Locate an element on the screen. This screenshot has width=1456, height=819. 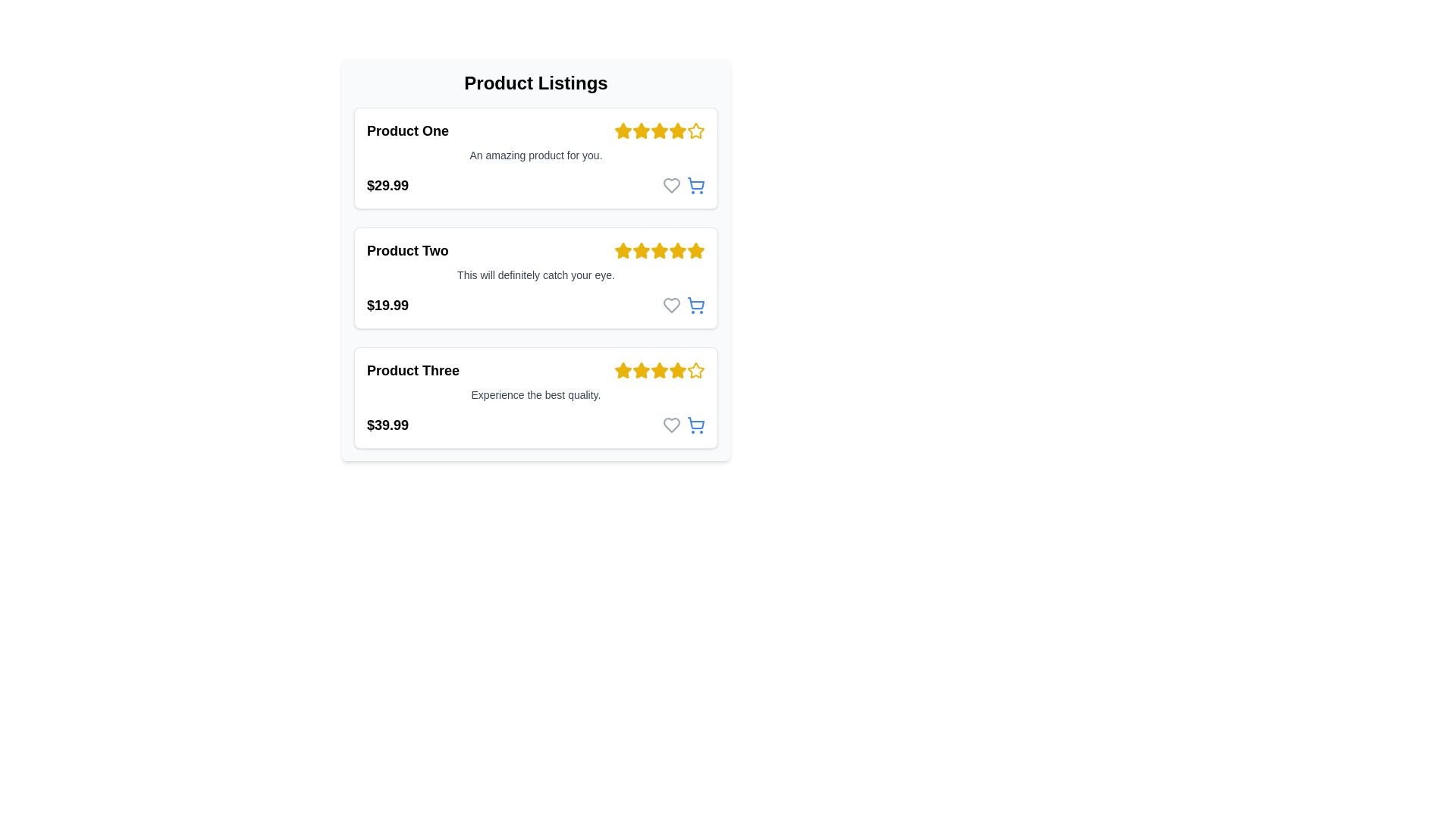
the fifth golden star icon in the rating component for 'Product Three' to provide visual feedback is located at coordinates (659, 371).